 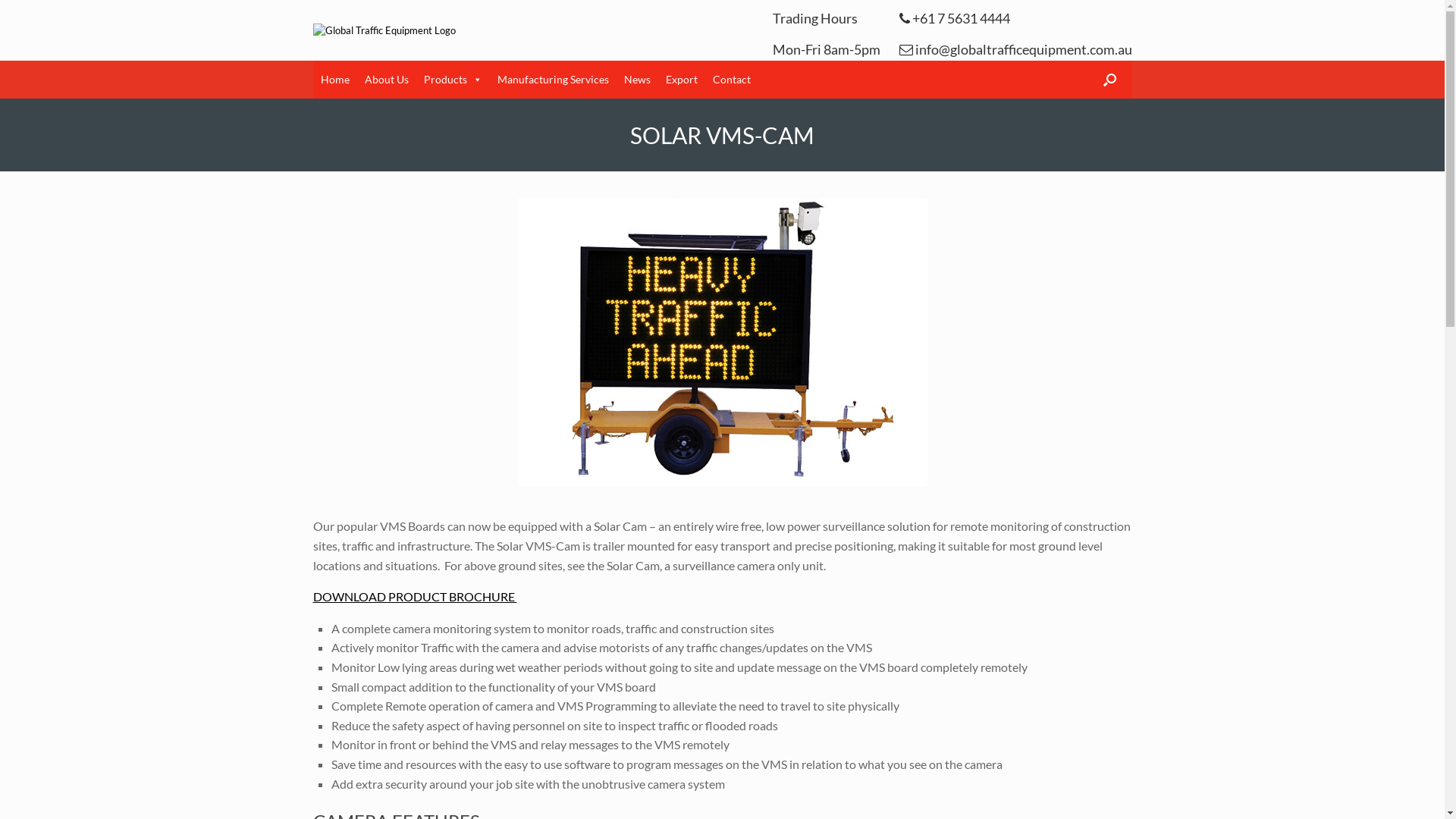 I want to click on 'DOWNLOAD PRODUCT BROCHURE ', so click(x=414, y=595).